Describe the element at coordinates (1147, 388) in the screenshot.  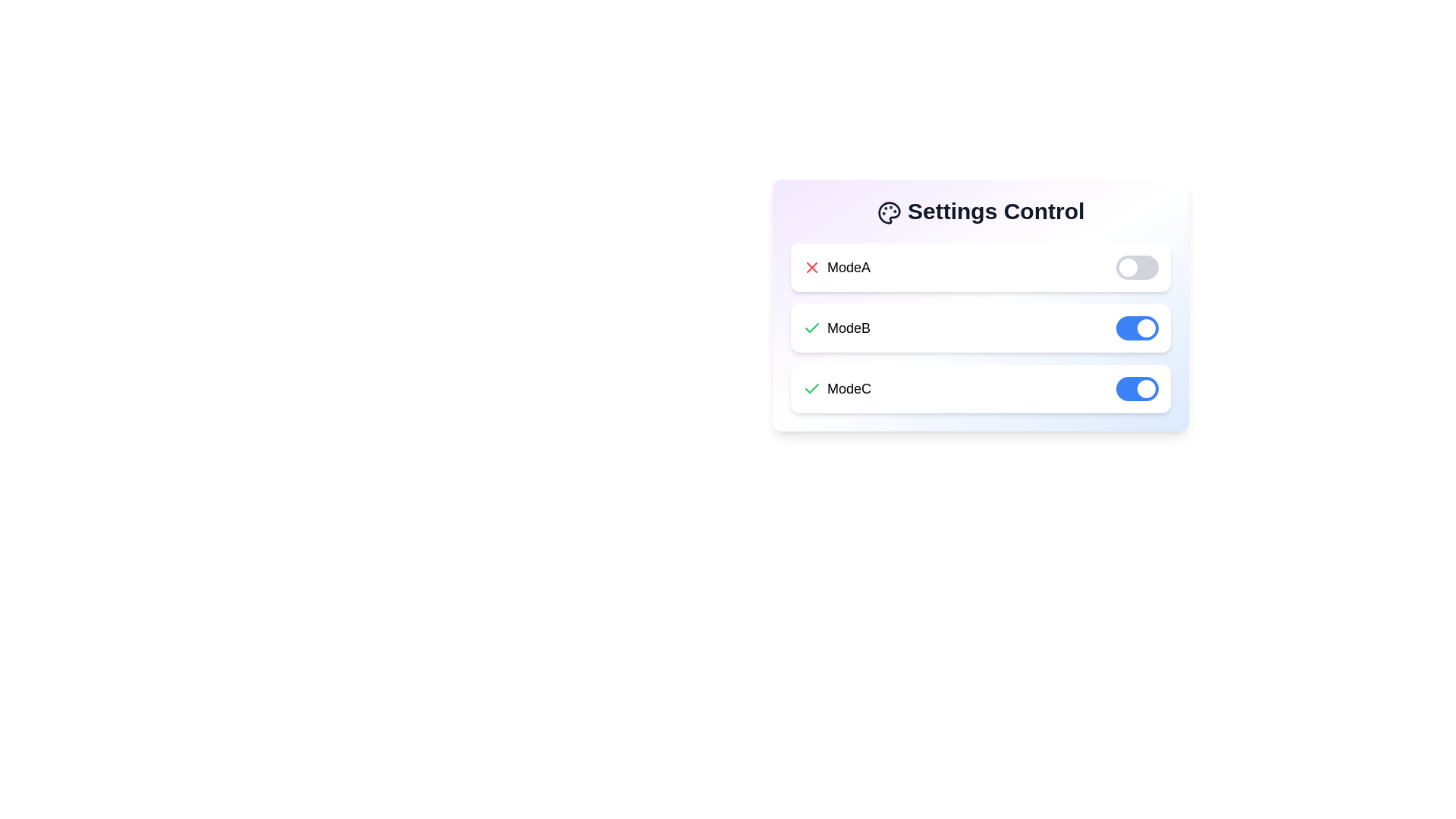
I see `the small circular Toggle Indicator, which is white and surrounded by a blue background` at that location.